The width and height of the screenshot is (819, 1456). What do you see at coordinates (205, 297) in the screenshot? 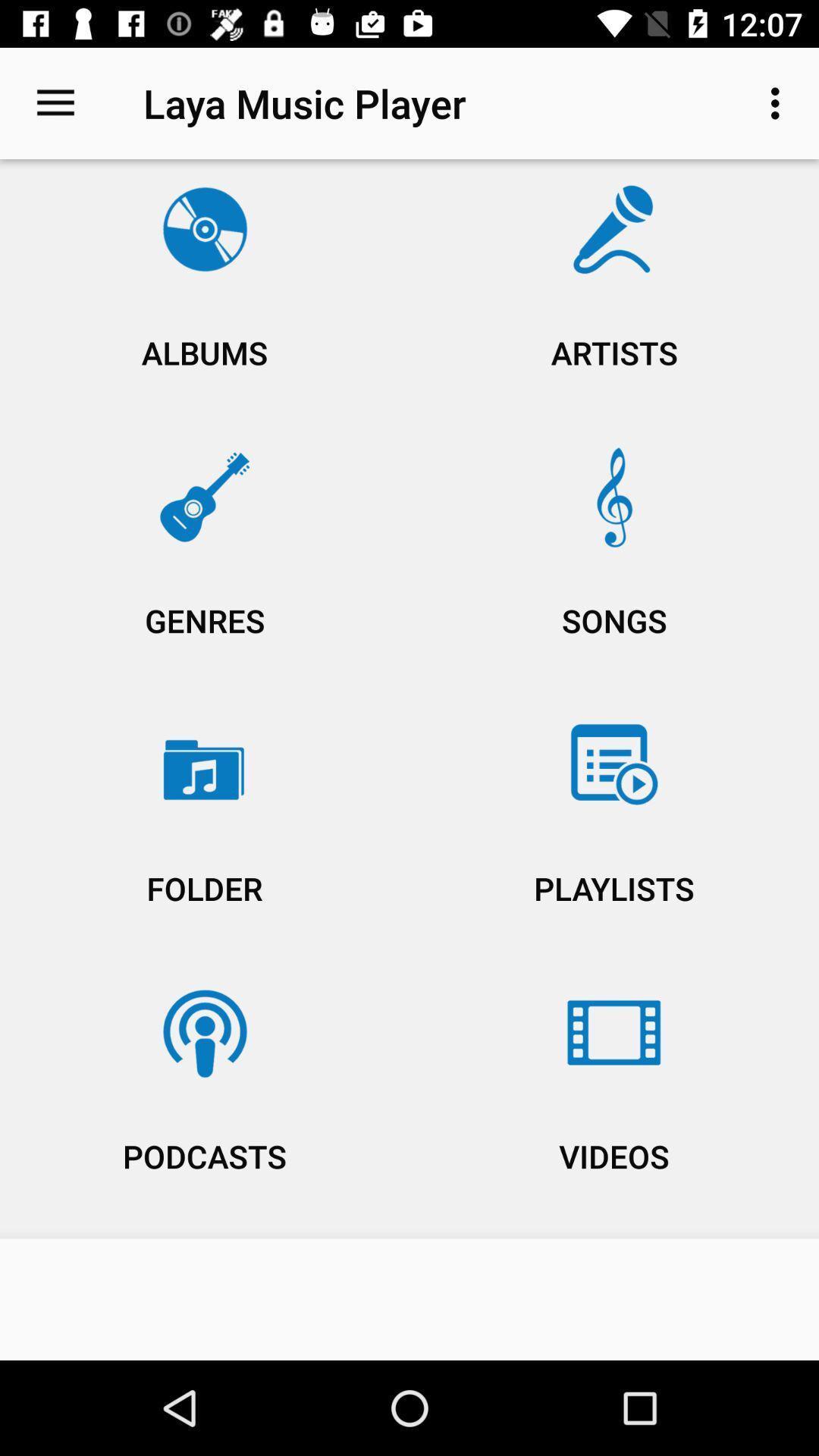
I see `the item next to artists icon` at bounding box center [205, 297].